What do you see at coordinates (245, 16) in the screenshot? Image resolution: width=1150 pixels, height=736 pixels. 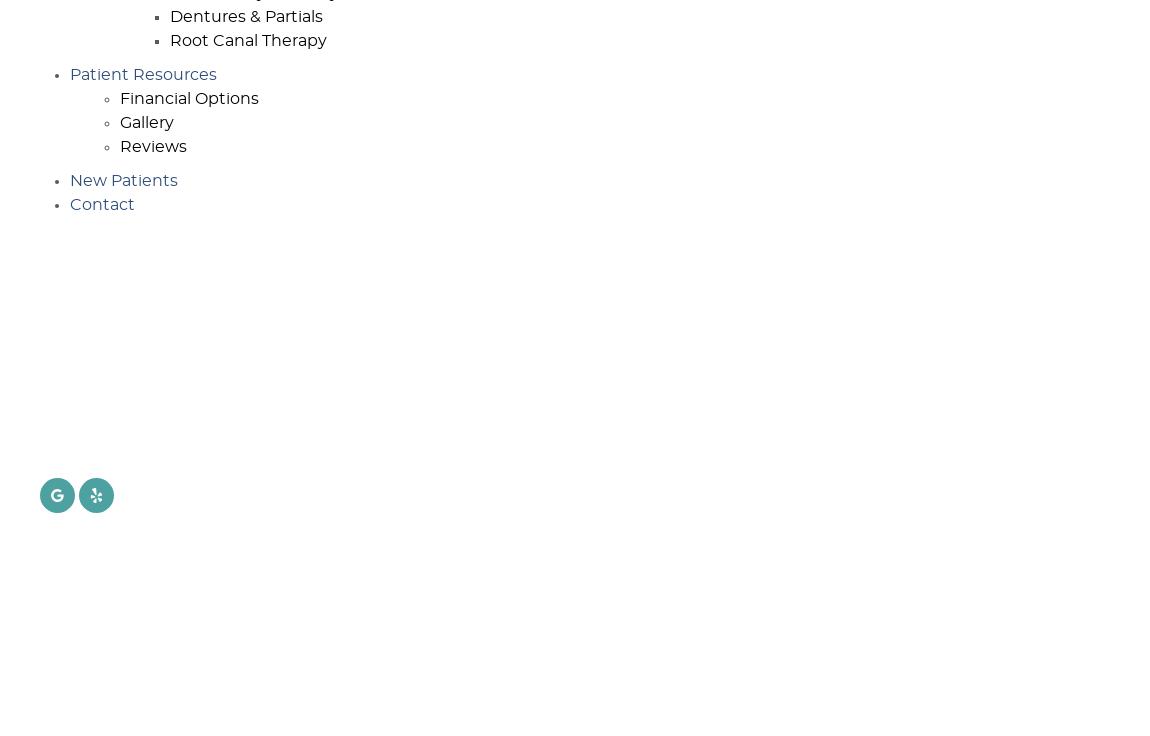 I see `'Dentures & Partials'` at bounding box center [245, 16].